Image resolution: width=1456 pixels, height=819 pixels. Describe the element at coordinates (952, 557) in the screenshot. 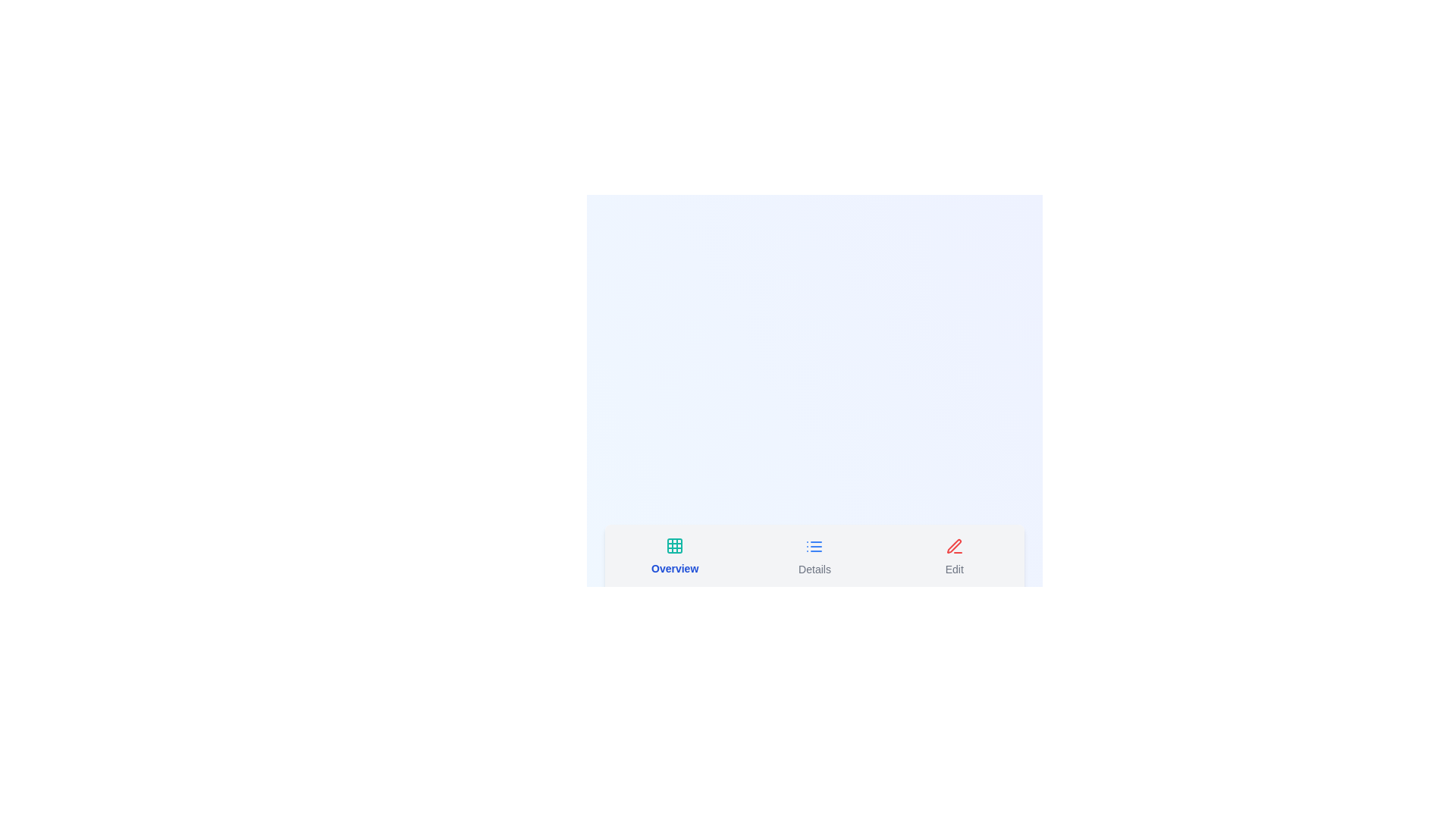

I see `the Edit tab to inspect its layout and visual styling` at that location.